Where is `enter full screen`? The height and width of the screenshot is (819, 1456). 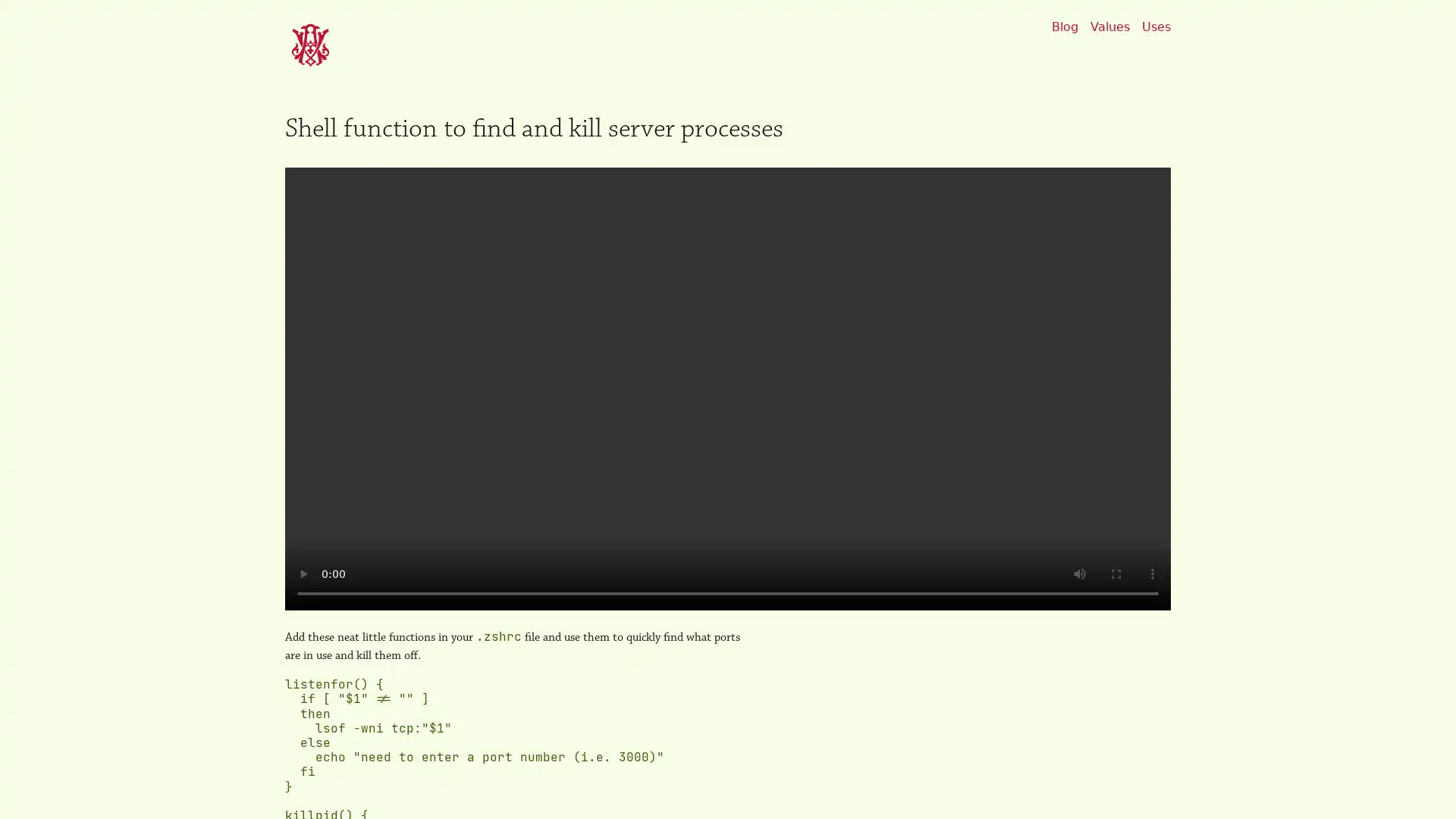 enter full screen is located at coordinates (1116, 573).